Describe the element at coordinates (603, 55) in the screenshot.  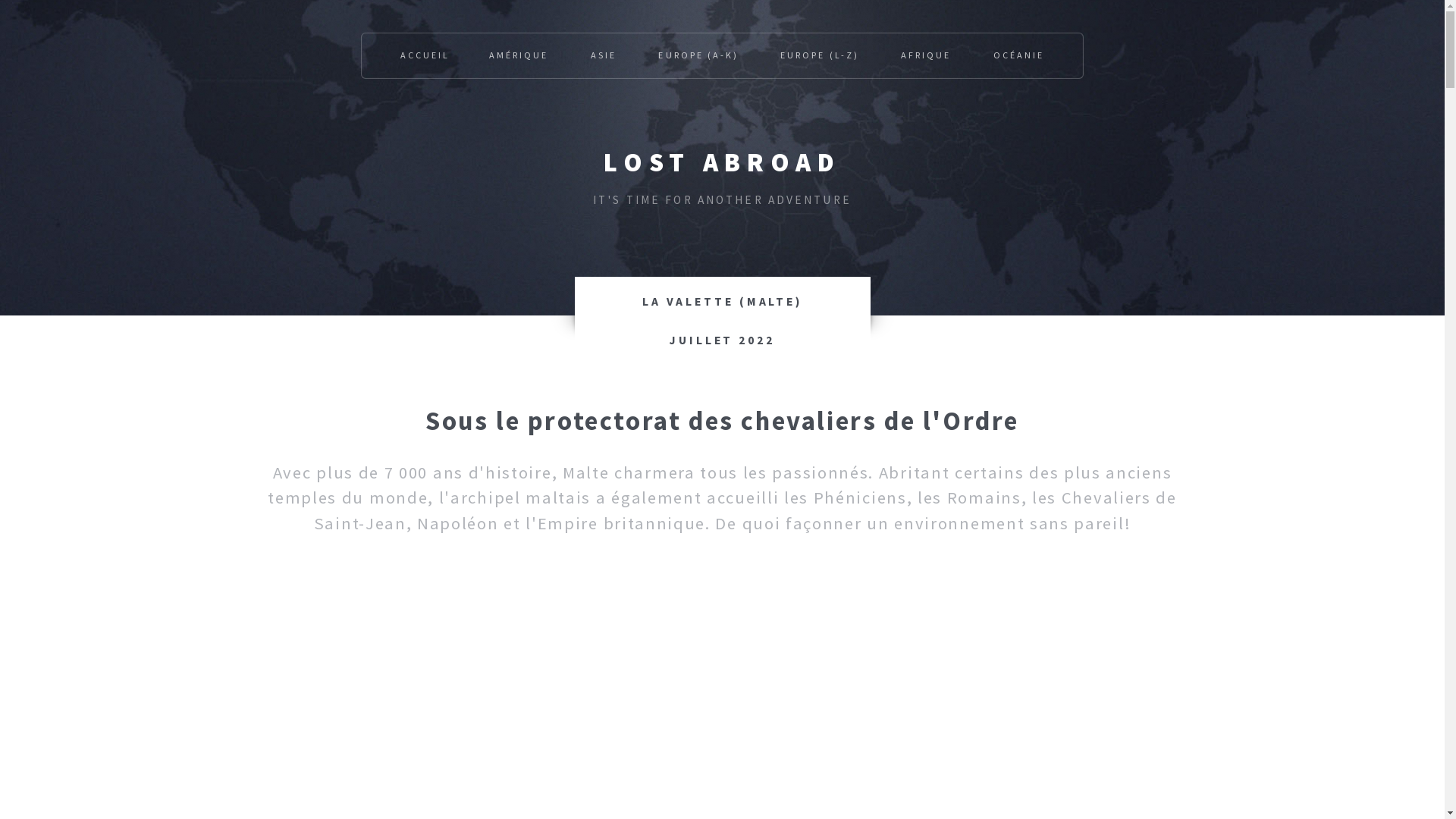
I see `'ASIE'` at that location.